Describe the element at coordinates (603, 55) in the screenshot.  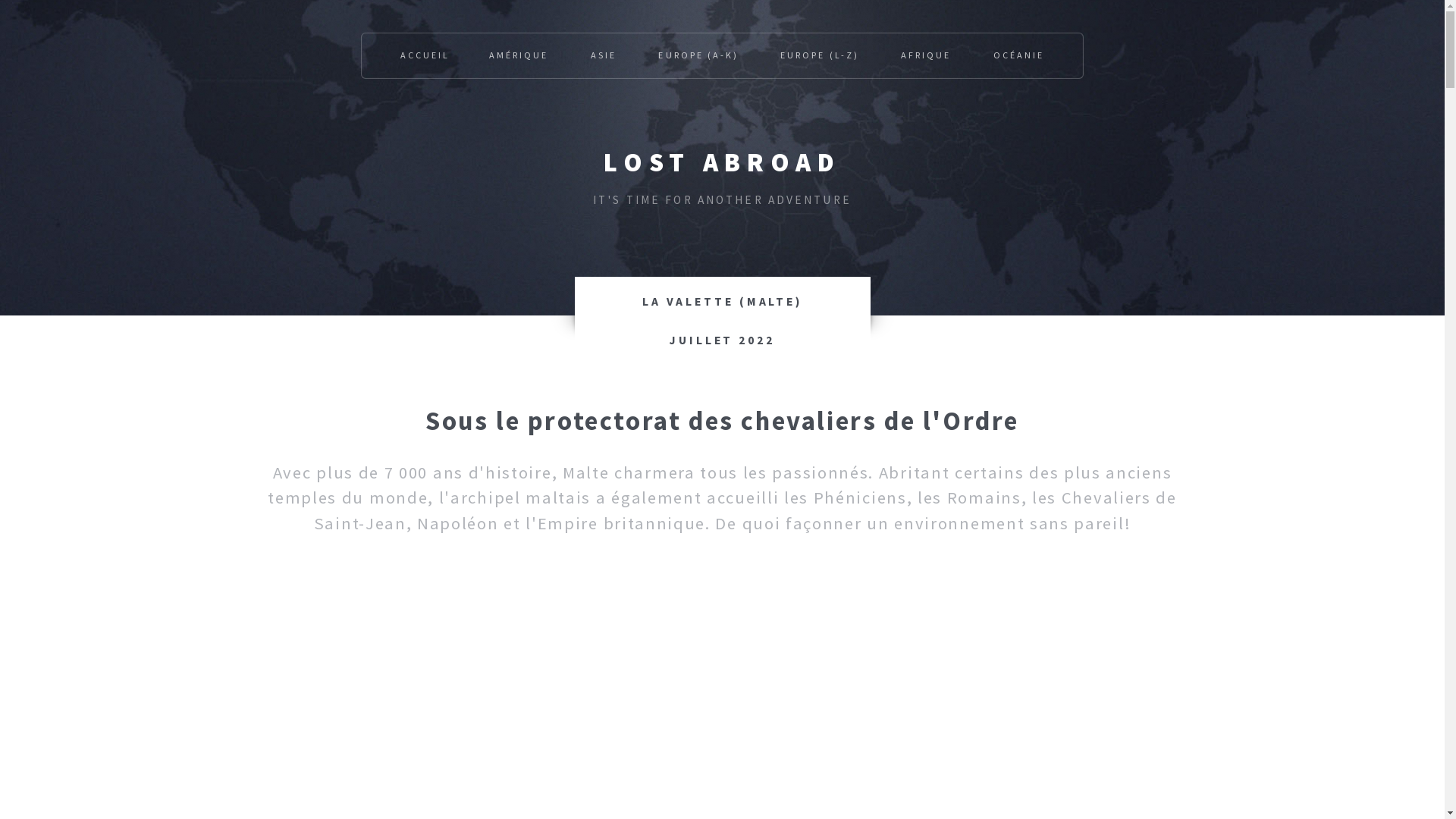
I see `'ASIE'` at that location.